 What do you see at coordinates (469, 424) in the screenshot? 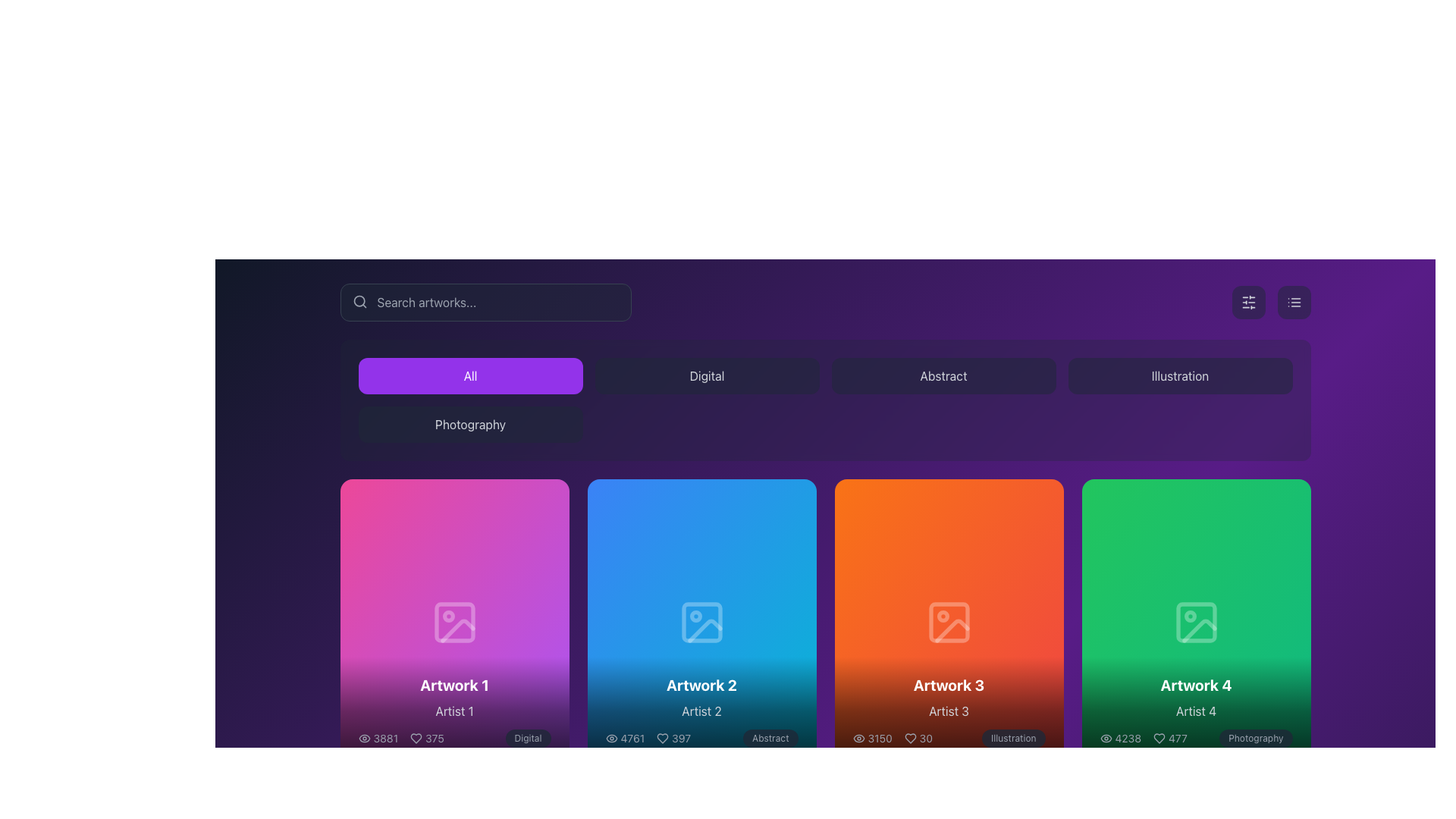
I see `the button labeled 'Photography' which is the fifth button in a grid layout, to observe its visual hover effect` at bounding box center [469, 424].